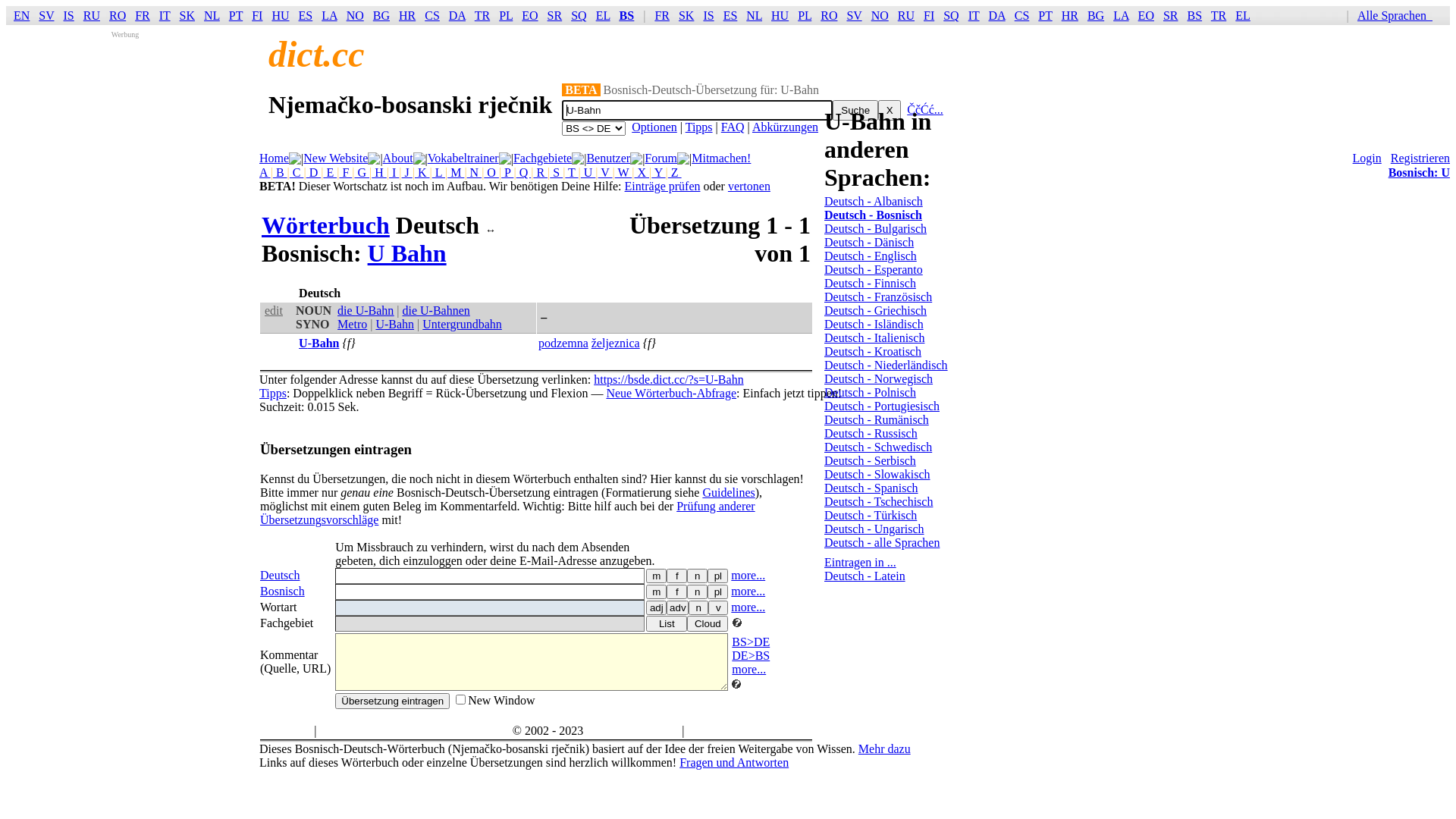  What do you see at coordinates (870, 283) in the screenshot?
I see `'Deutsch - Finnisch'` at bounding box center [870, 283].